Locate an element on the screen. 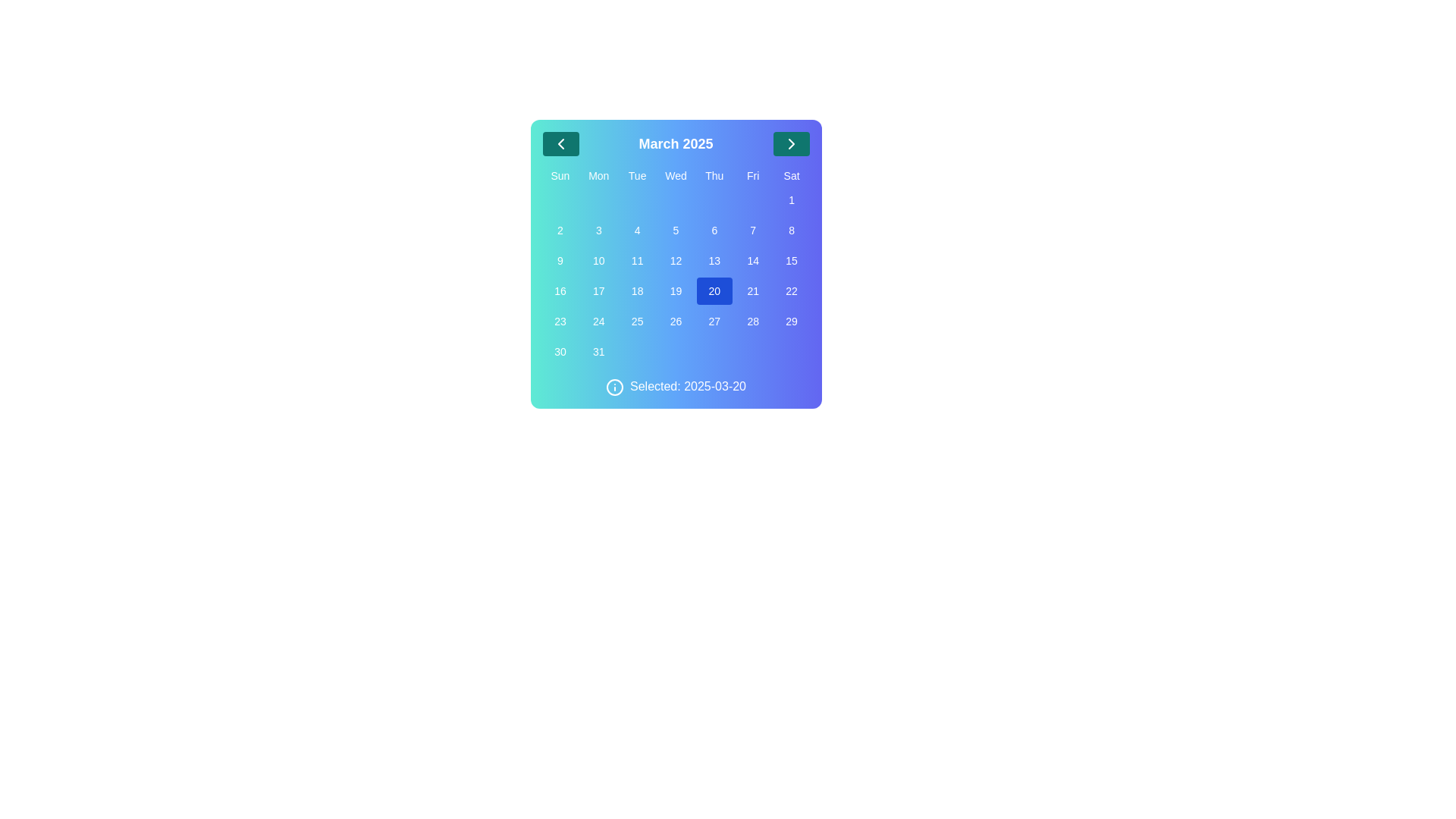 Image resolution: width=1456 pixels, height=819 pixels. the selectable day '4' button in the calendar interface is located at coordinates (637, 231).